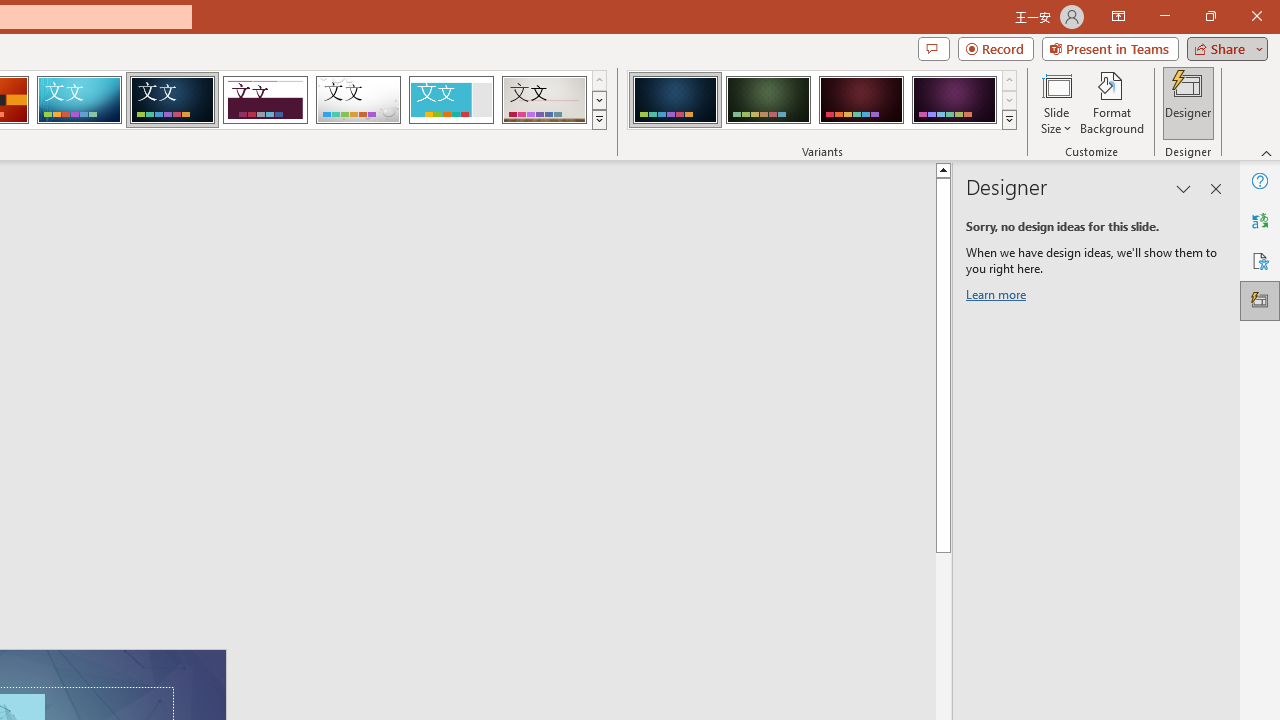  Describe the element at coordinates (767, 100) in the screenshot. I see `'Damask Variant 2'` at that location.